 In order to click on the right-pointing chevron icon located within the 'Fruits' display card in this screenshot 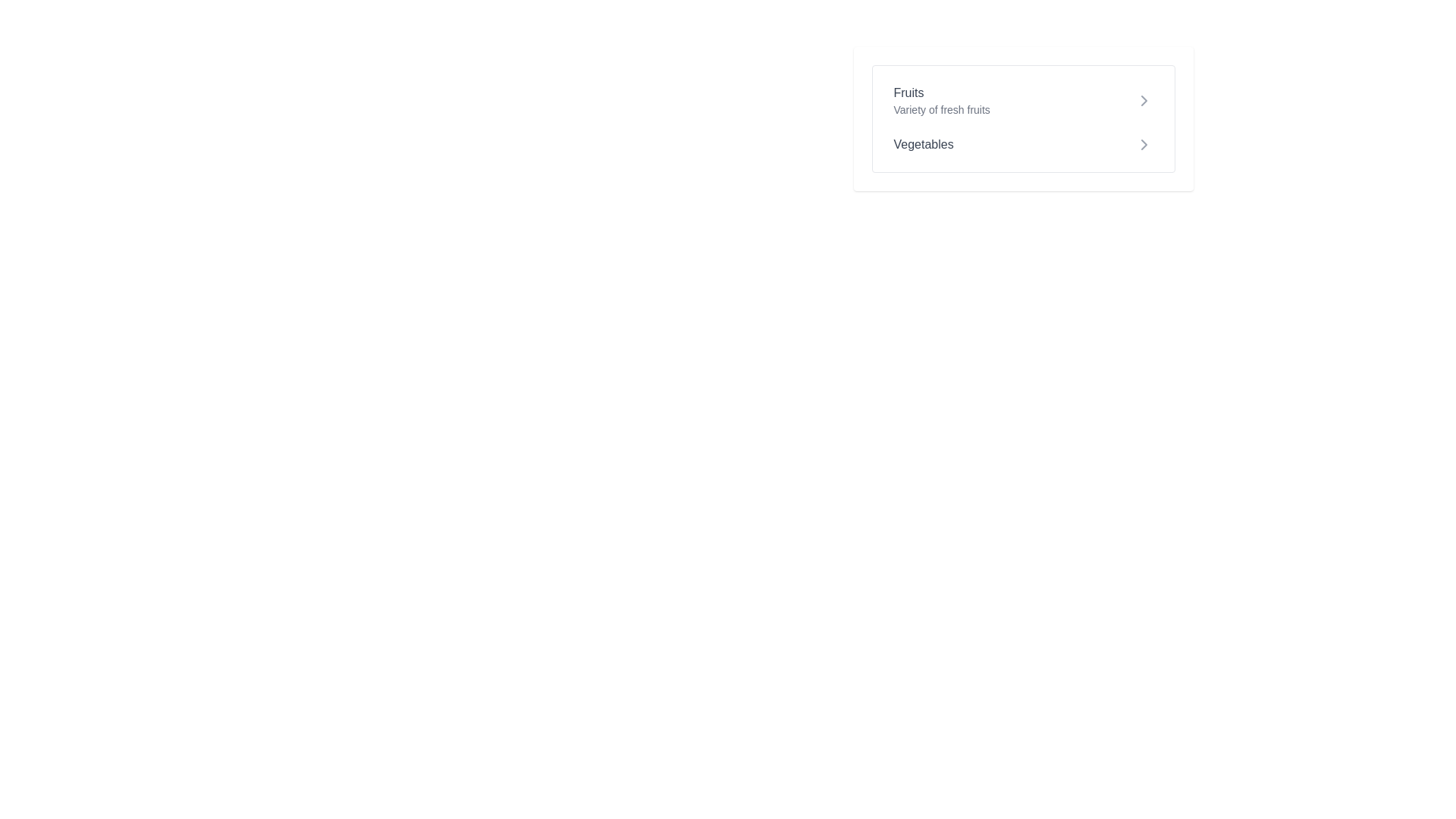, I will do `click(1144, 100)`.